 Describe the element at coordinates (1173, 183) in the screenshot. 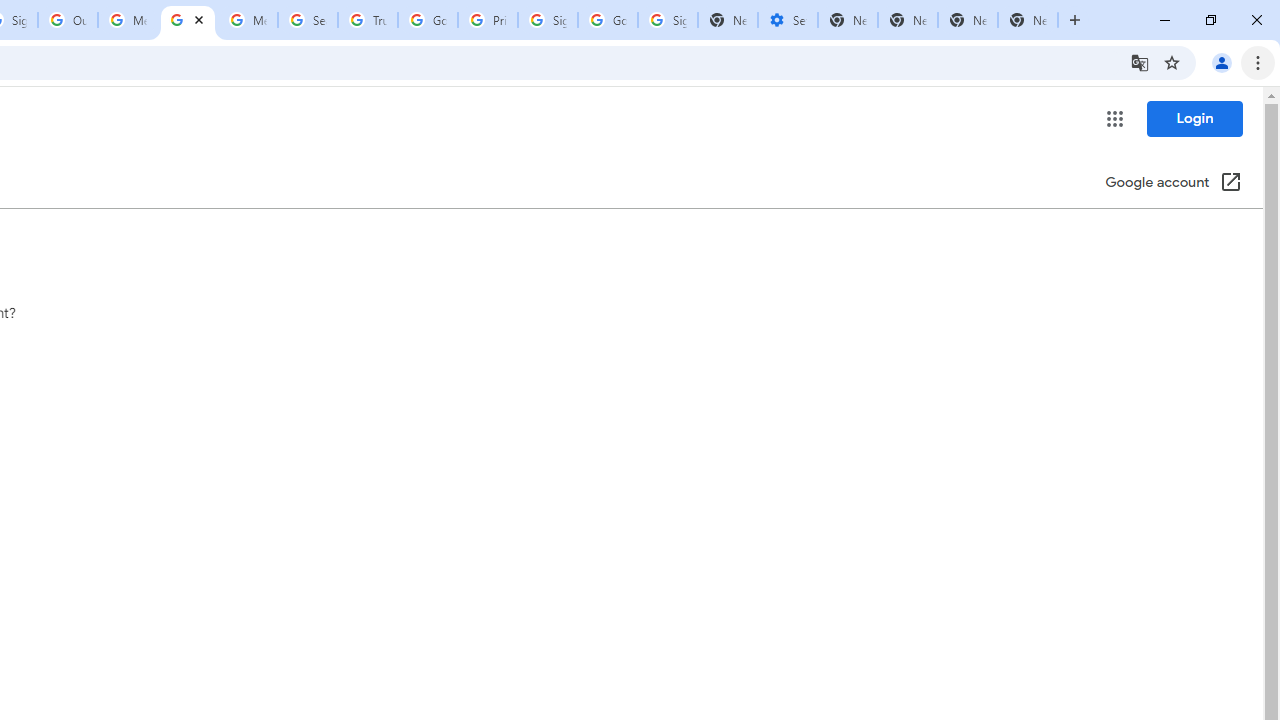

I see `'Google Account (Opens in new window)'` at that location.